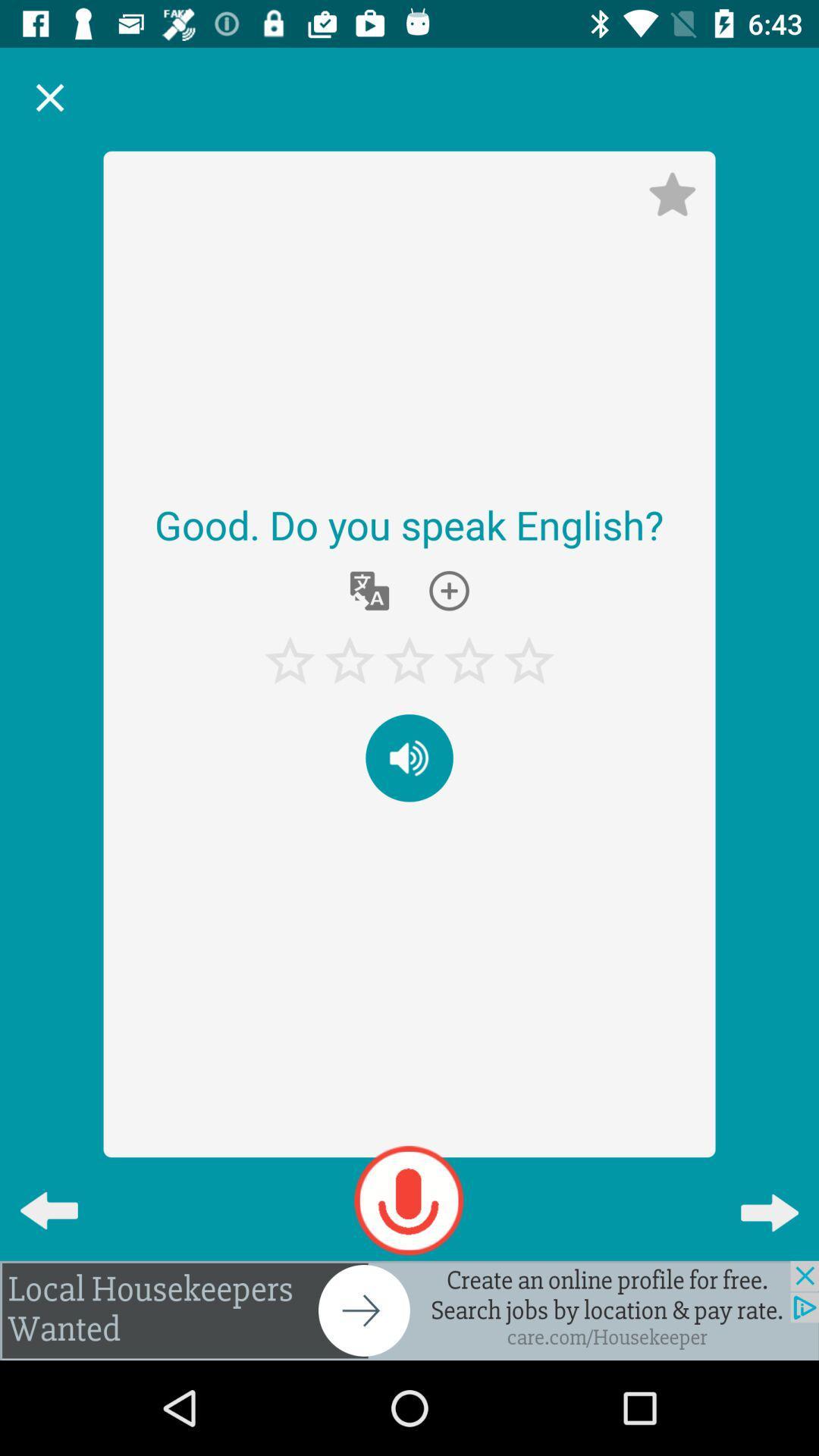  Describe the element at coordinates (61, 1197) in the screenshot. I see `the arrow_backward icon` at that location.